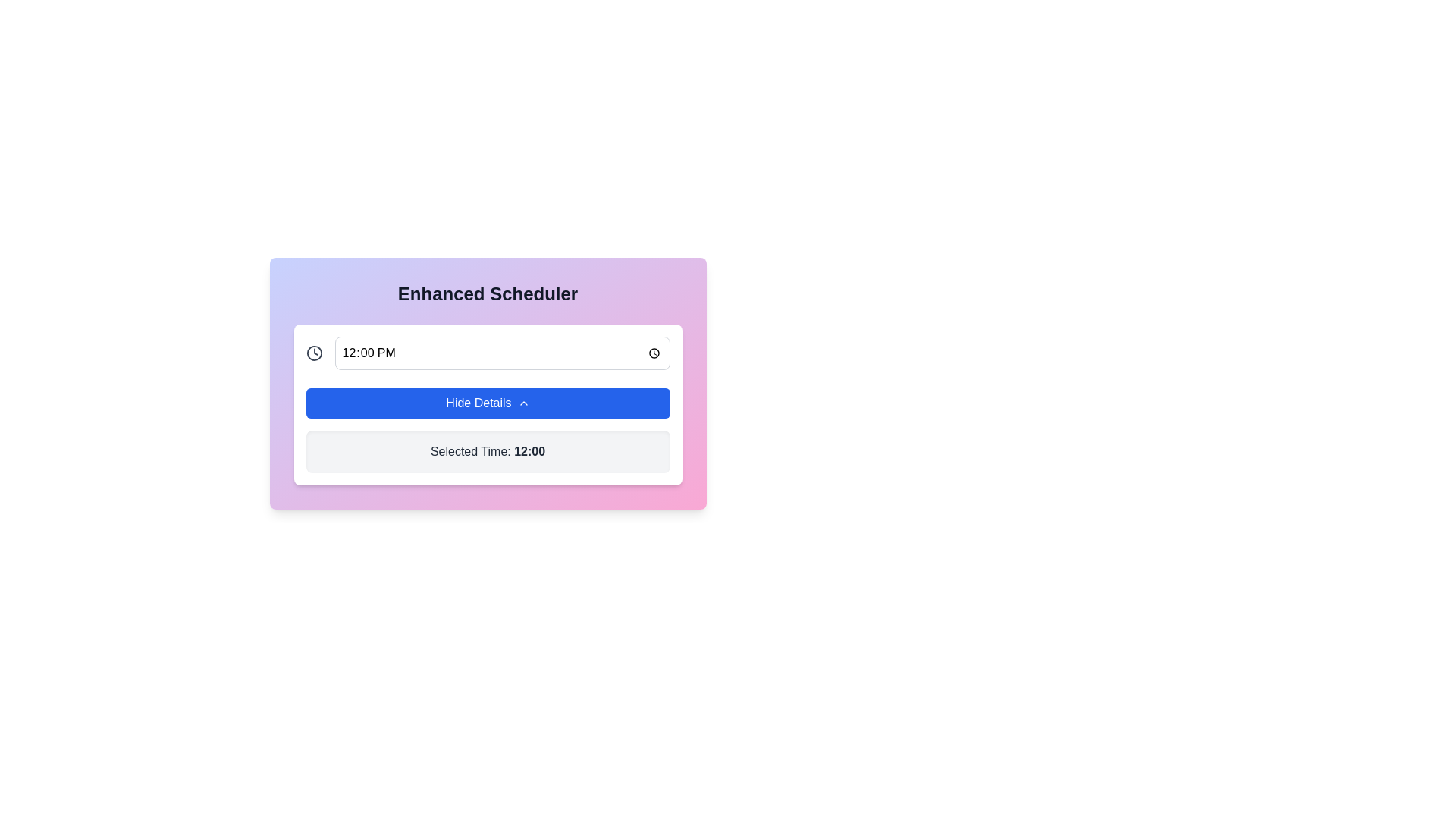 The height and width of the screenshot is (819, 1456). Describe the element at coordinates (523, 403) in the screenshot. I see `the Chevron-Up icon located to the right of the 'Hide Details' button` at that location.